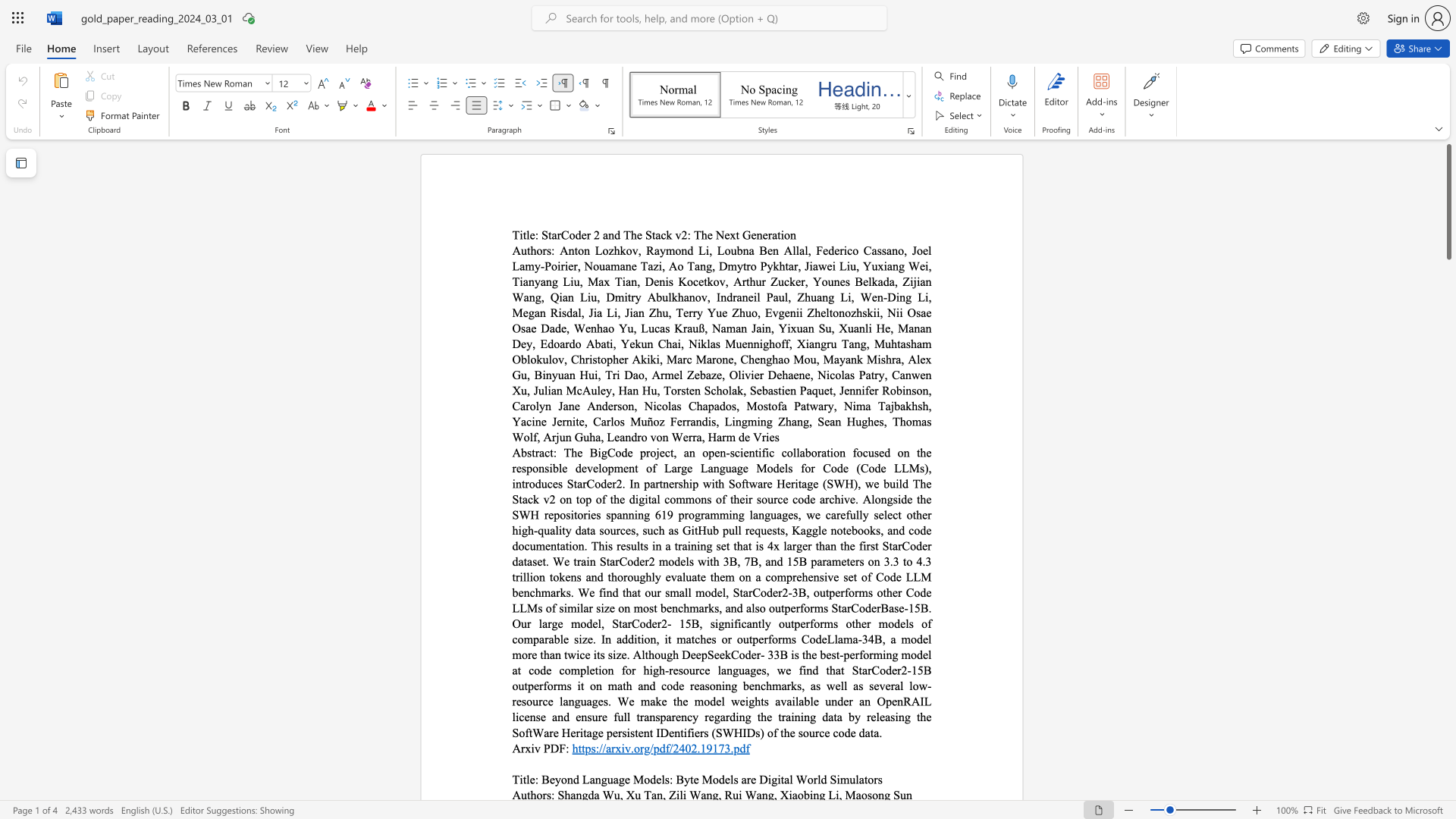  Describe the element at coordinates (1448, 500) in the screenshot. I see `the scrollbar to move the content lower` at that location.